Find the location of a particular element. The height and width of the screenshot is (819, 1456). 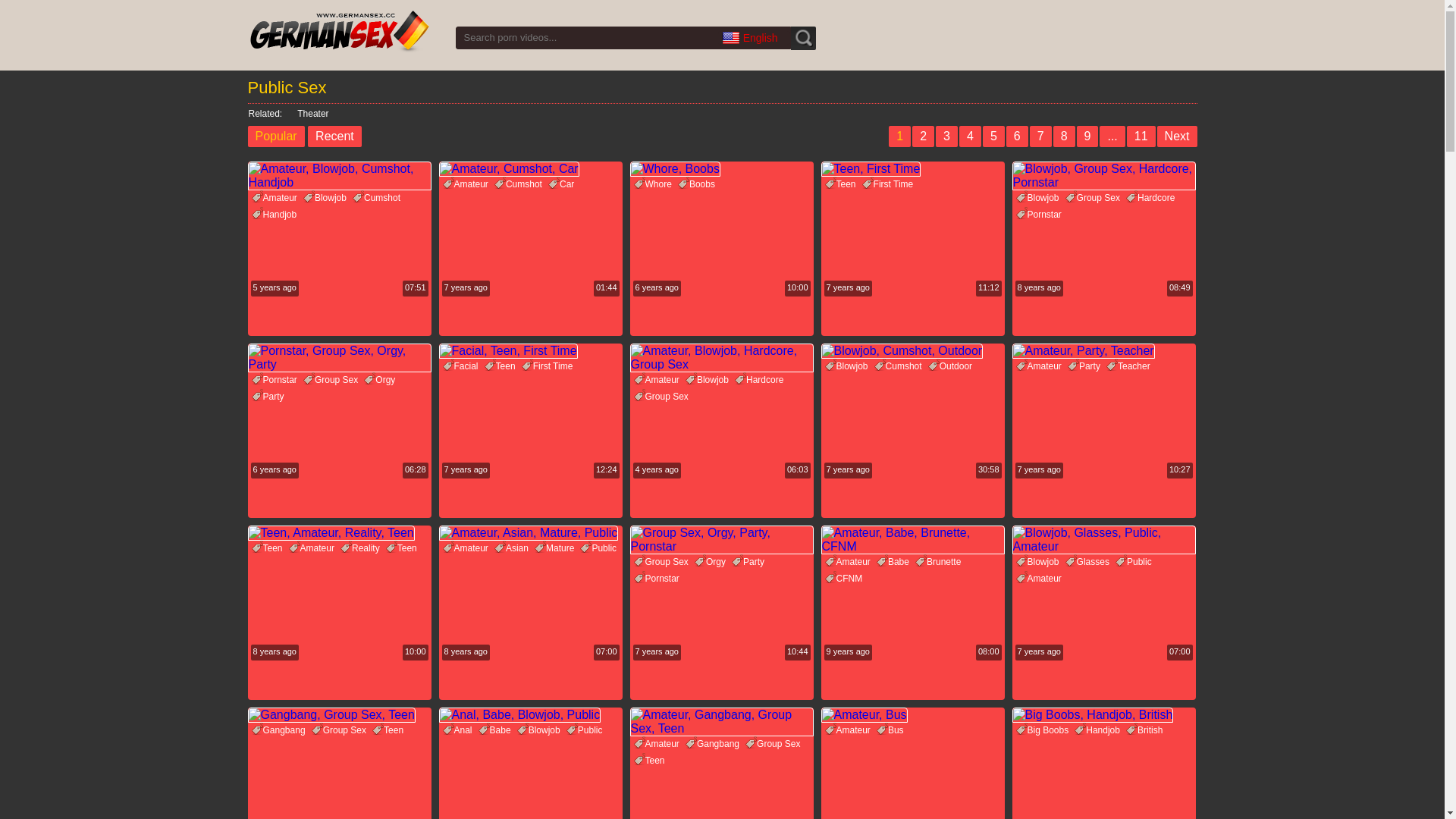

'Handjob' is located at coordinates (276, 214).